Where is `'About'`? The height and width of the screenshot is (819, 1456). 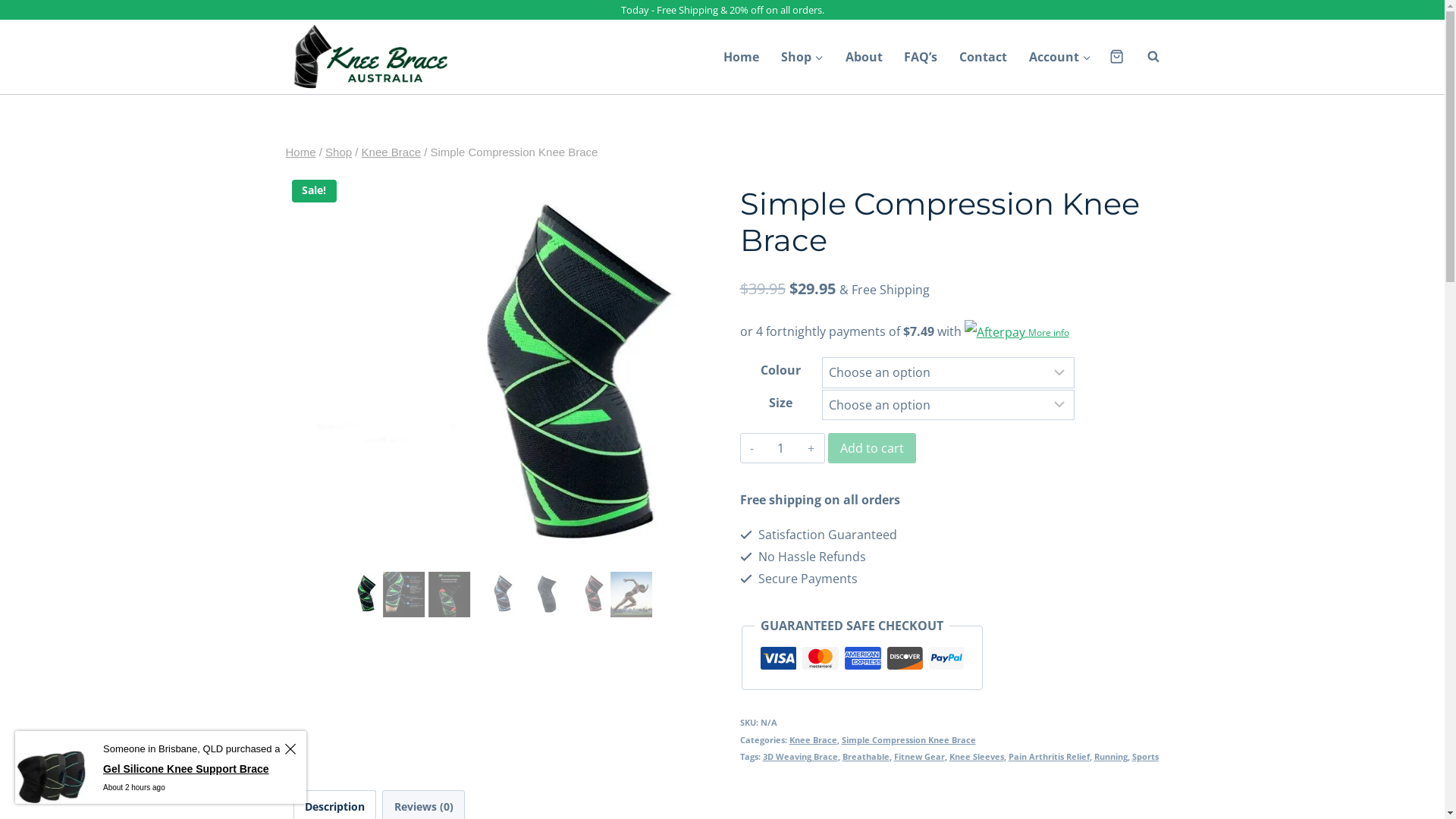 'About' is located at coordinates (863, 55).